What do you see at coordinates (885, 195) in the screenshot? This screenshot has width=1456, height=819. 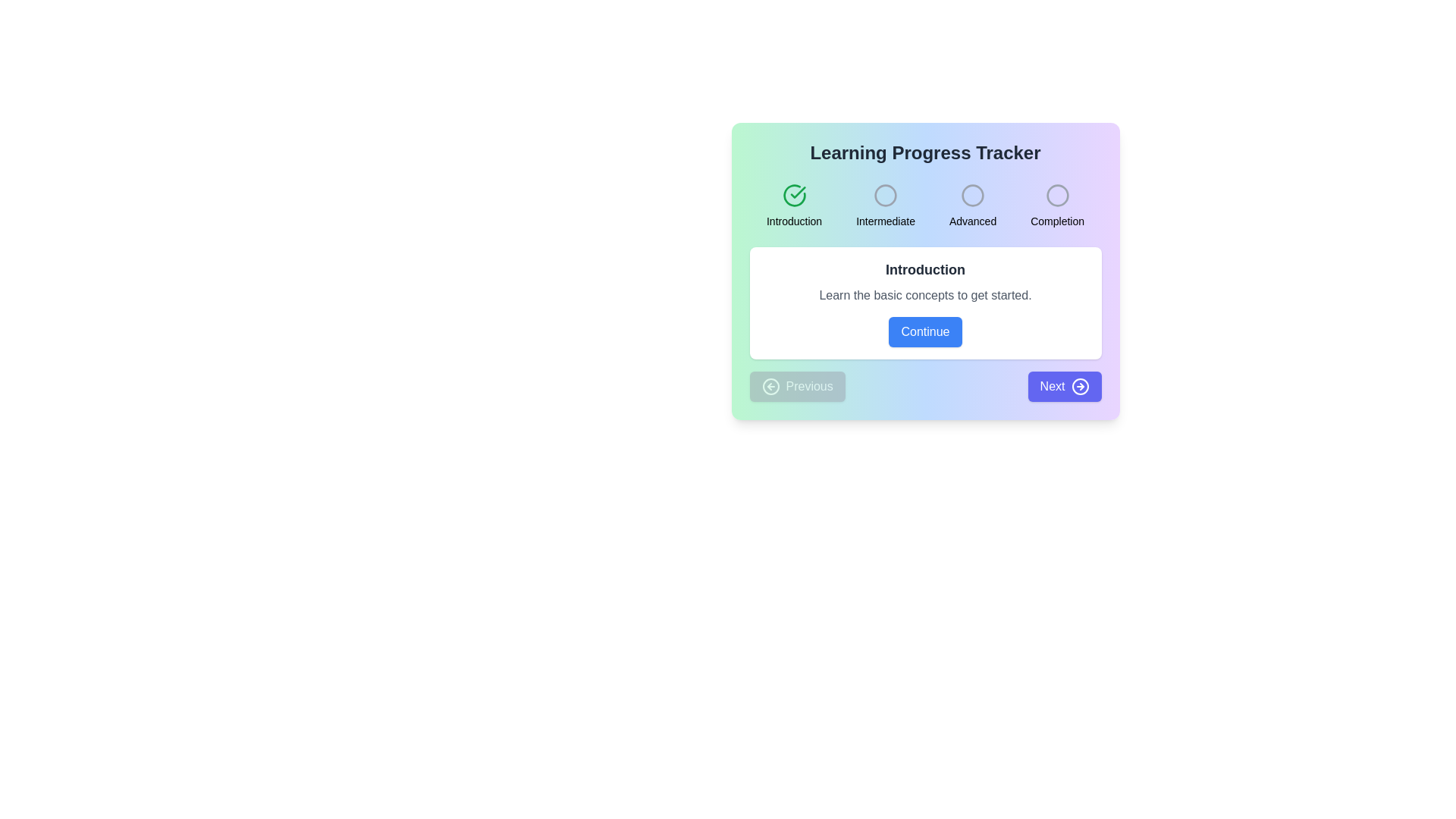 I see `properties of the hollow gray circular icon labeled 'Intermediate' within the progress tracker, located directly to the right of the green 'Introduction' checkmark icon` at bounding box center [885, 195].